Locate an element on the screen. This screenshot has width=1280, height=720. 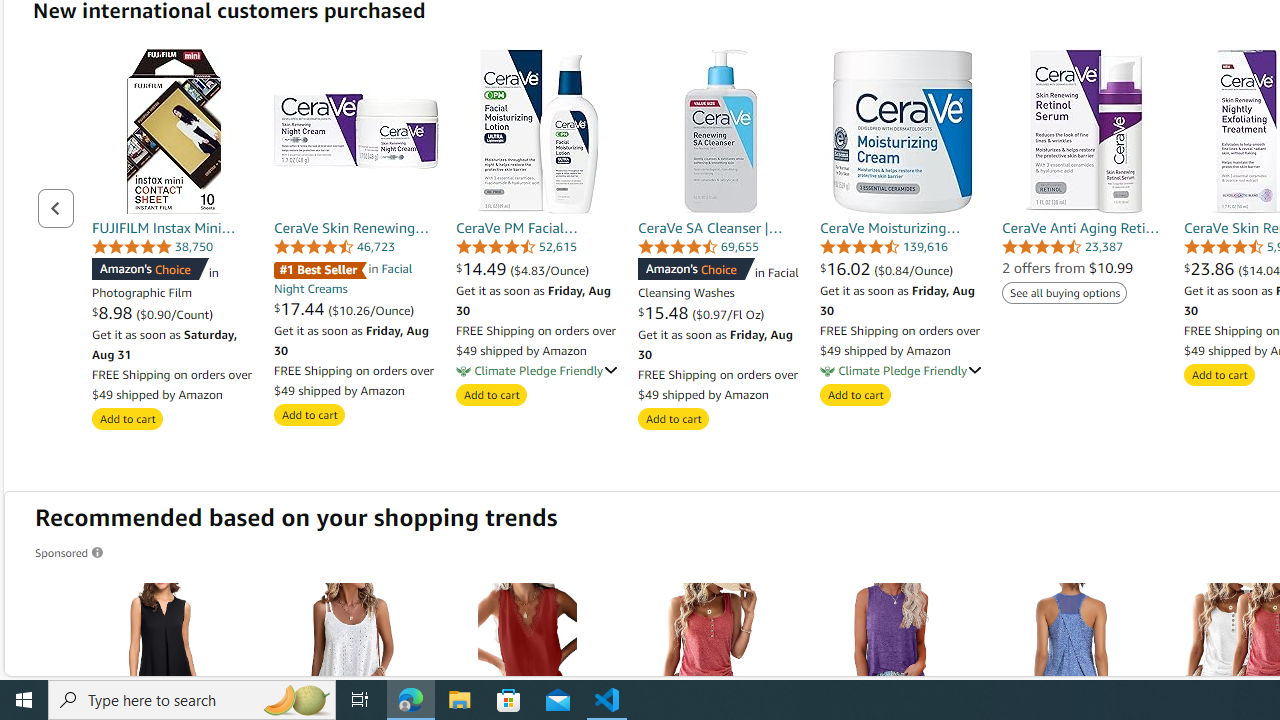
'$15.48 ' is located at coordinates (664, 312).